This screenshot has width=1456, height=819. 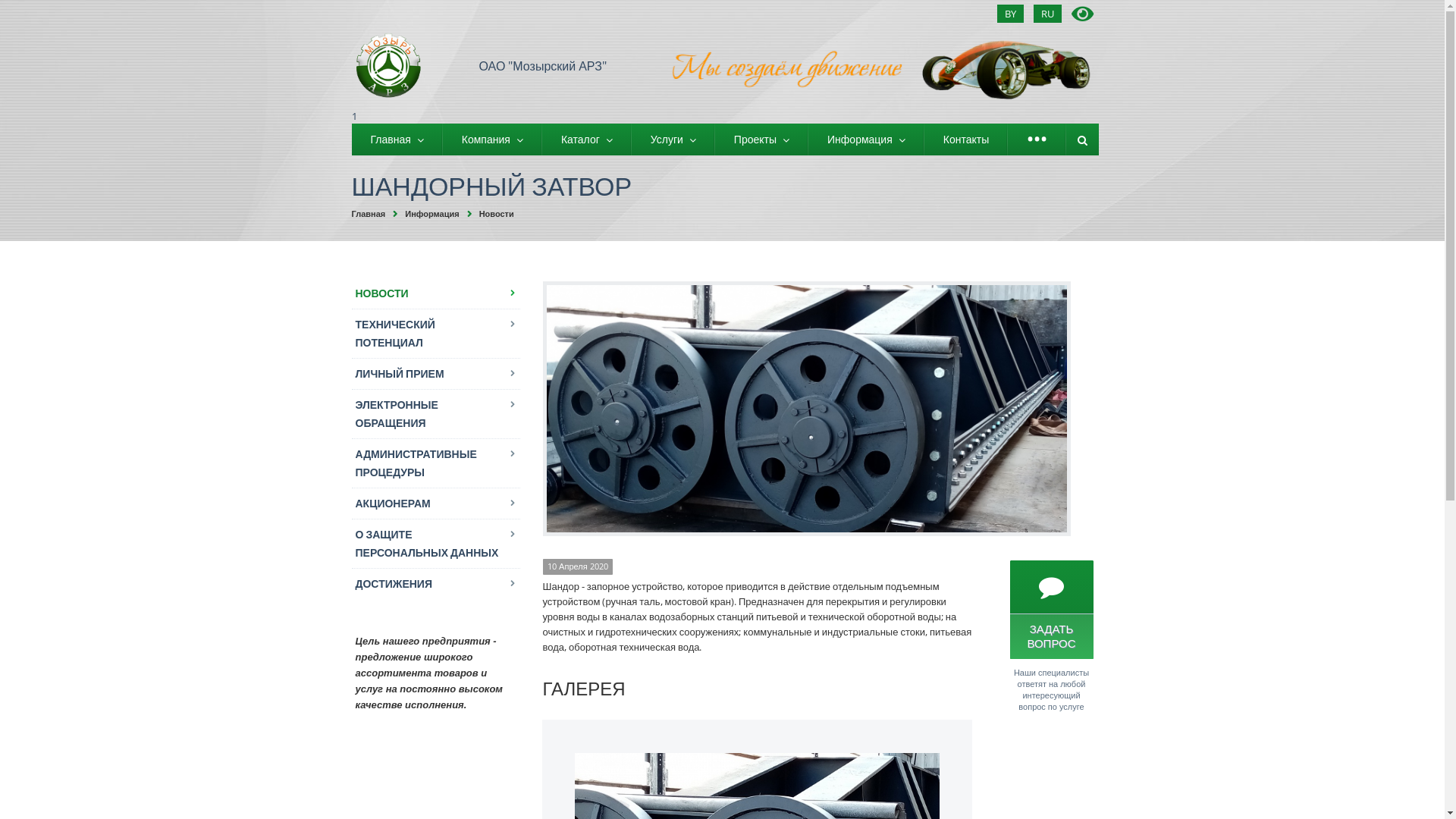 I want to click on 'BY', so click(x=996, y=14).